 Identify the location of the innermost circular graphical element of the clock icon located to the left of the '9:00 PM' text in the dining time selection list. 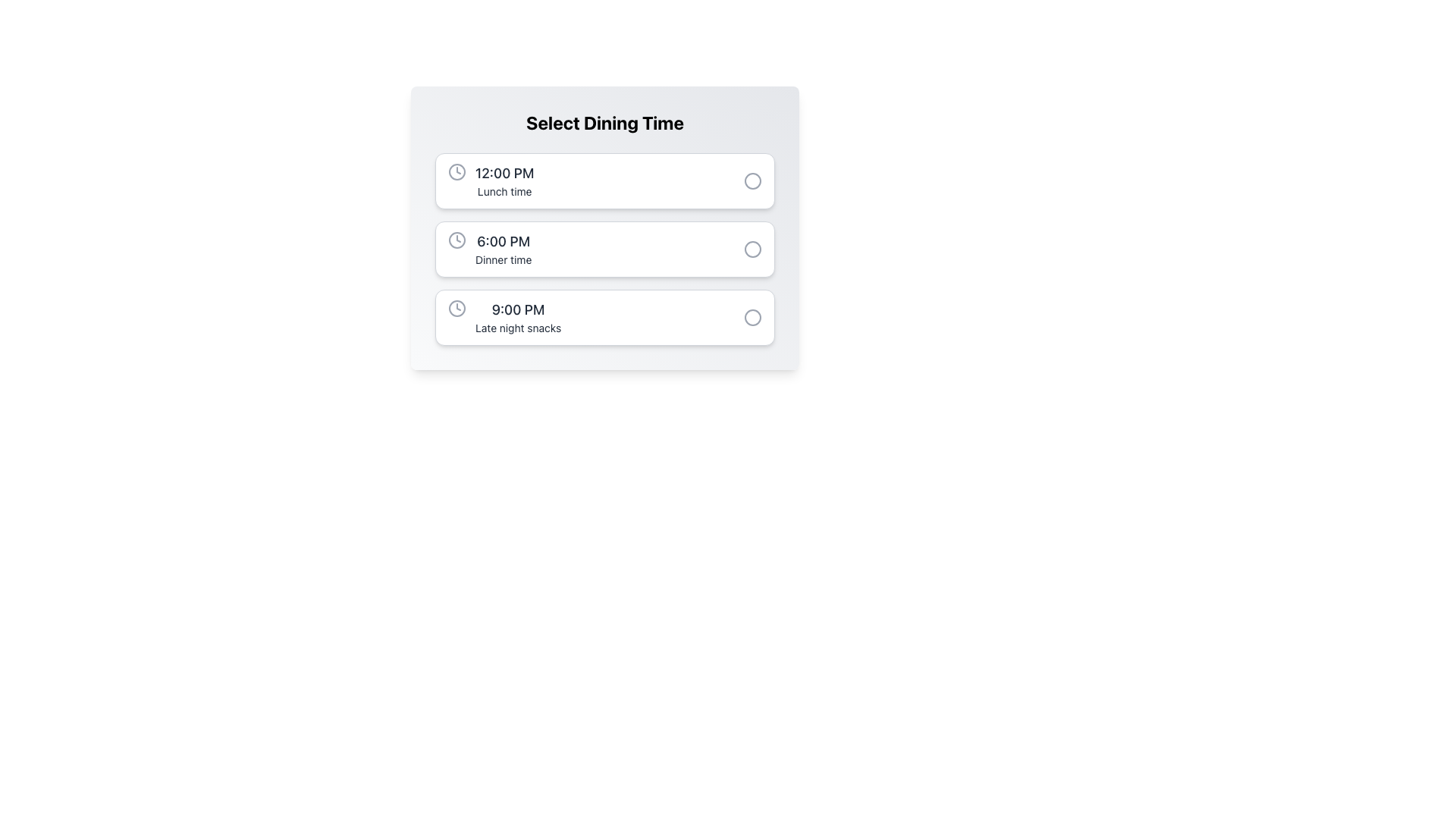
(457, 308).